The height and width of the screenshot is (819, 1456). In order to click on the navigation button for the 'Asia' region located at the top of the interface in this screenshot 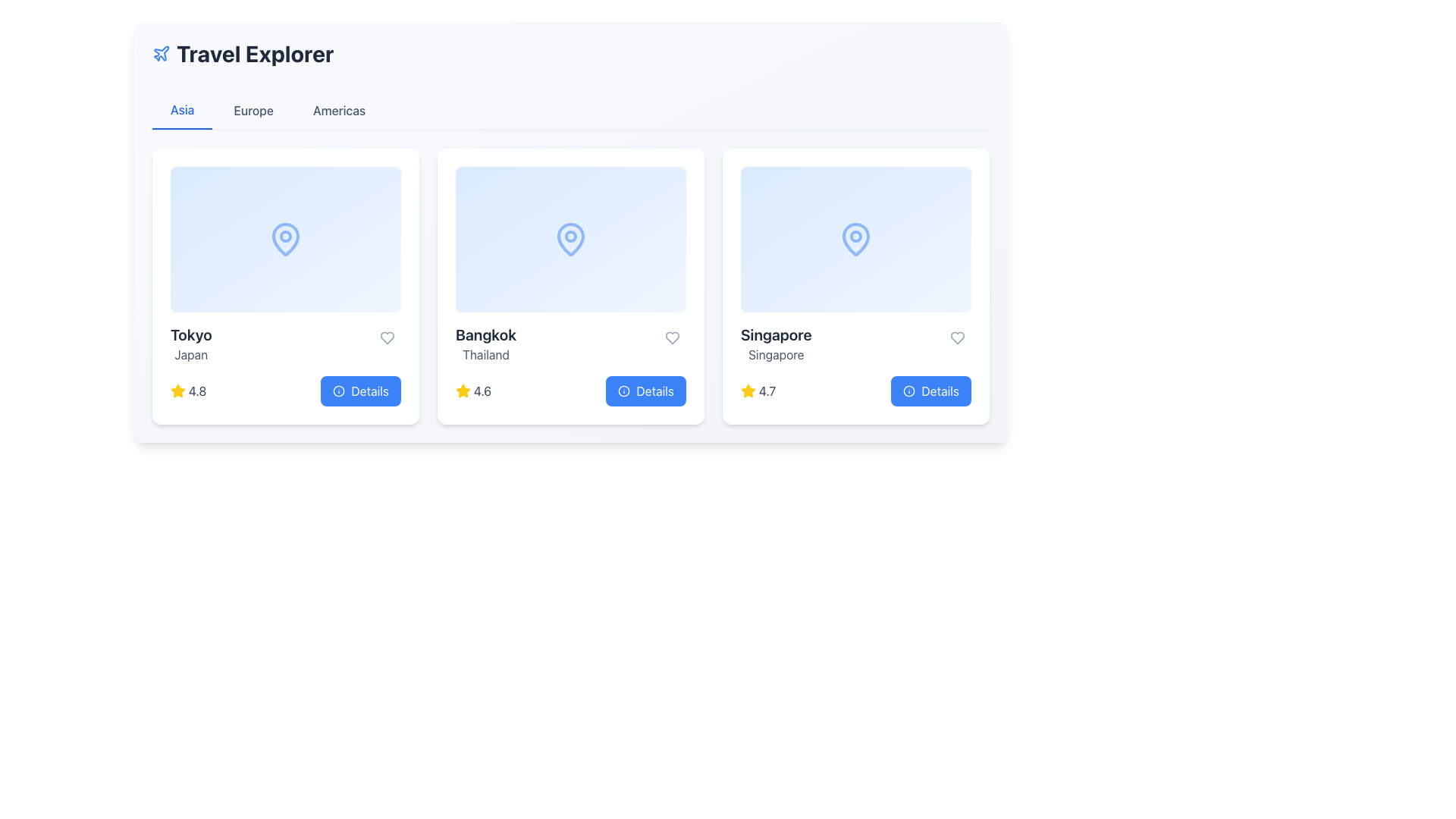, I will do `click(182, 110)`.